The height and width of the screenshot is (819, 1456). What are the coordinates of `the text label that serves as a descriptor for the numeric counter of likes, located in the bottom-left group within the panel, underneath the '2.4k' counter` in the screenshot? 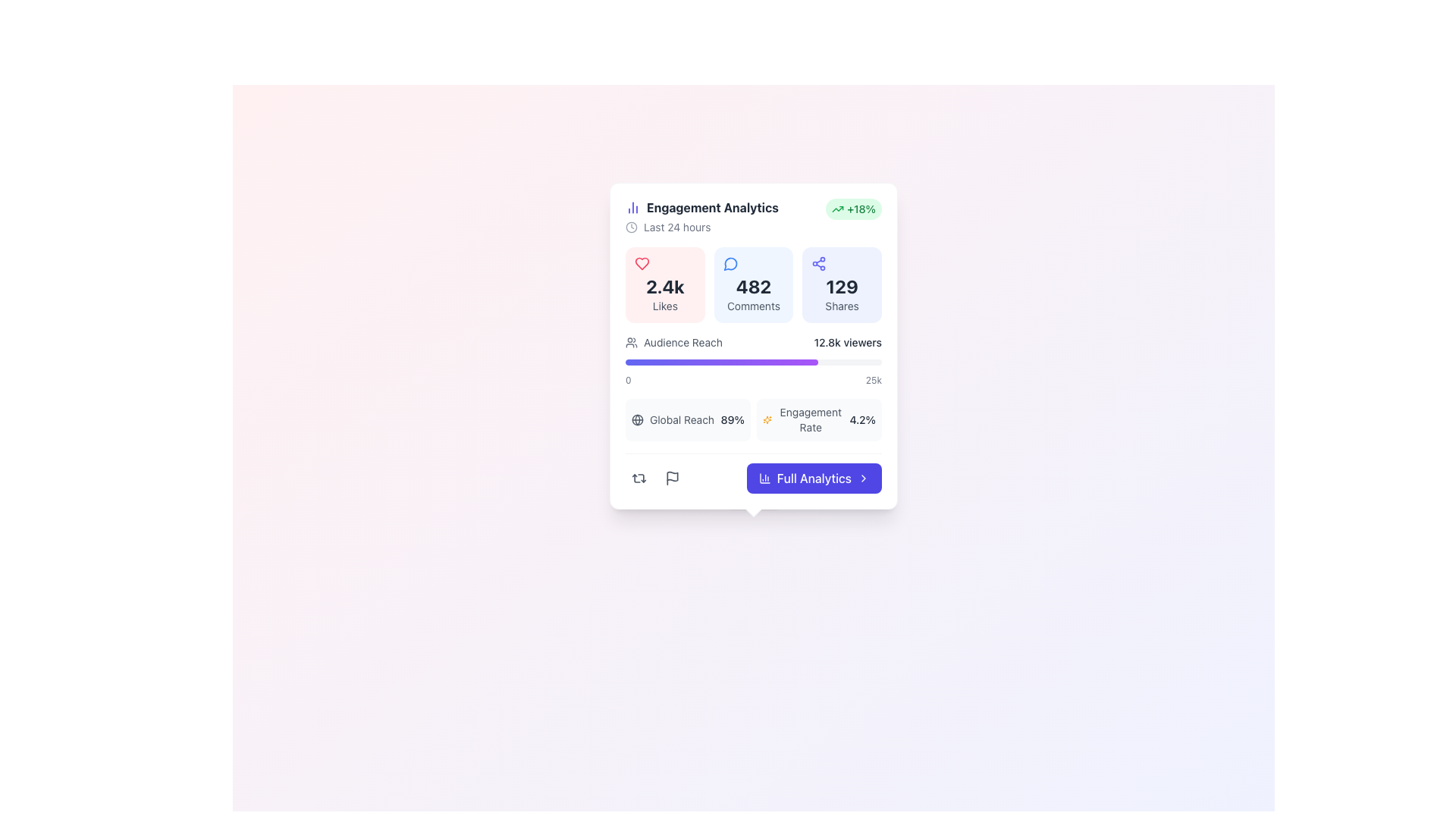 It's located at (665, 306).